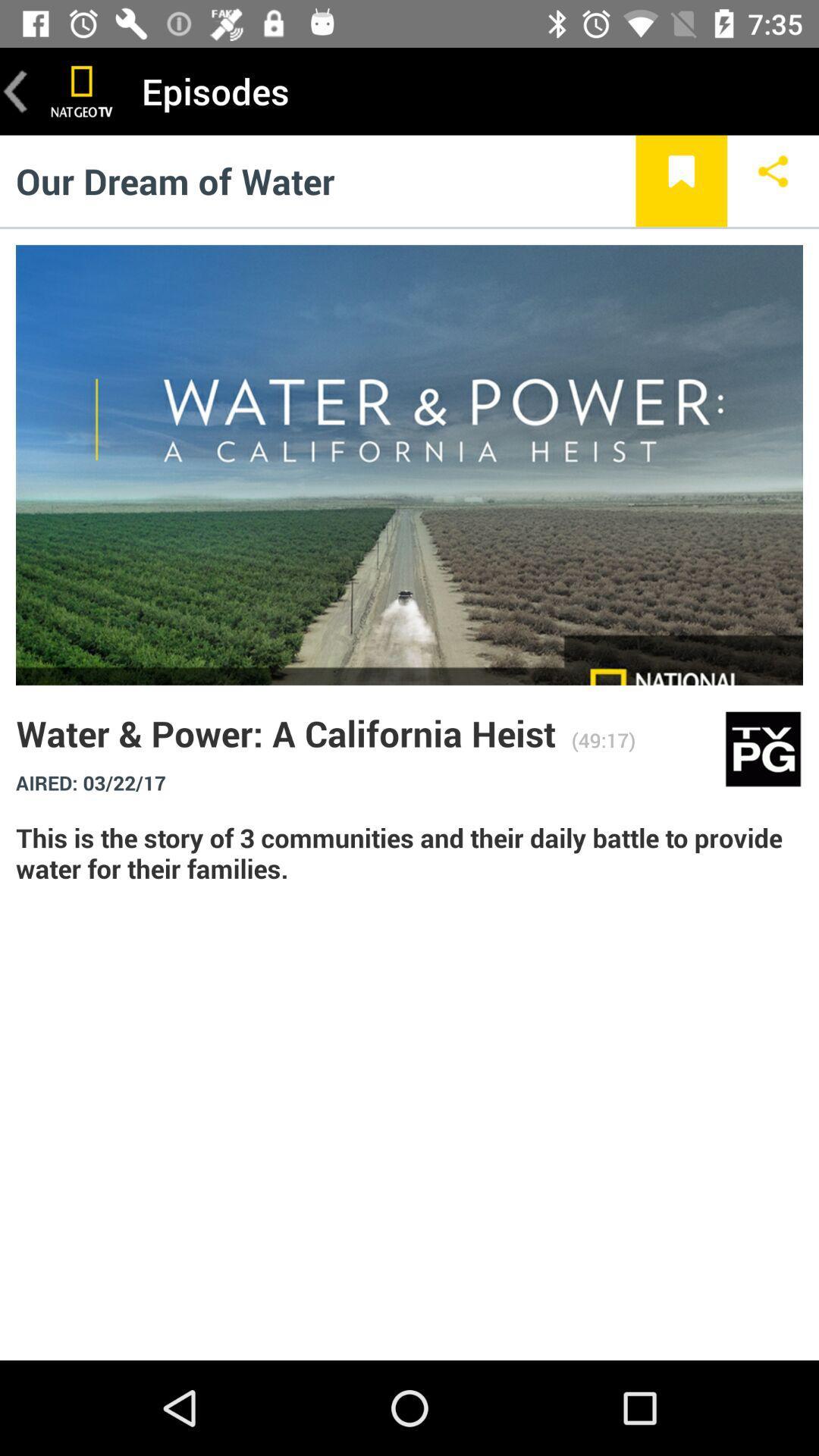  What do you see at coordinates (680, 180) in the screenshot?
I see `item to the right of the our dream of item` at bounding box center [680, 180].